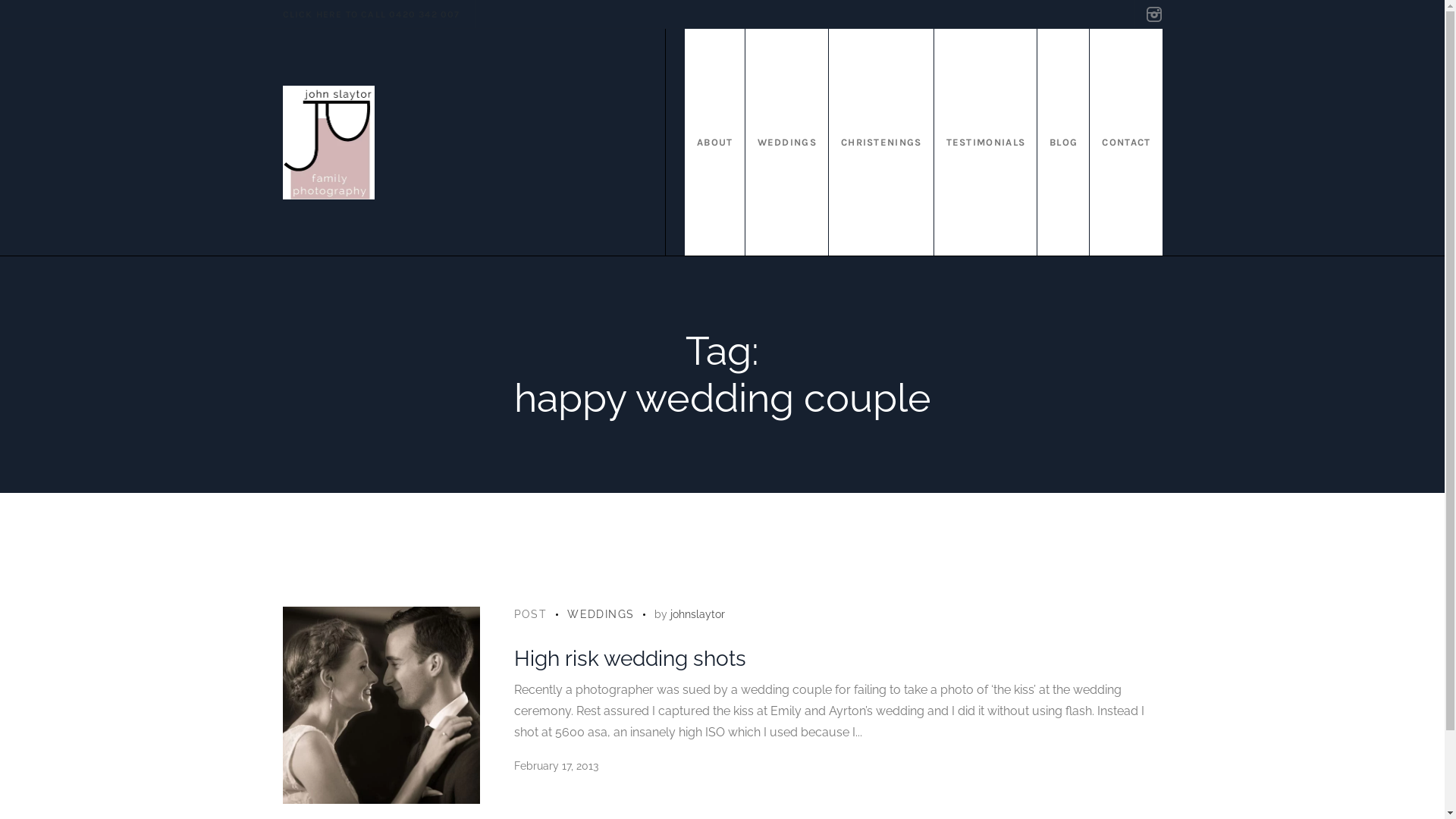 The image size is (1456, 819). Describe the element at coordinates (1088, 142) in the screenshot. I see `'CONTACT'` at that location.